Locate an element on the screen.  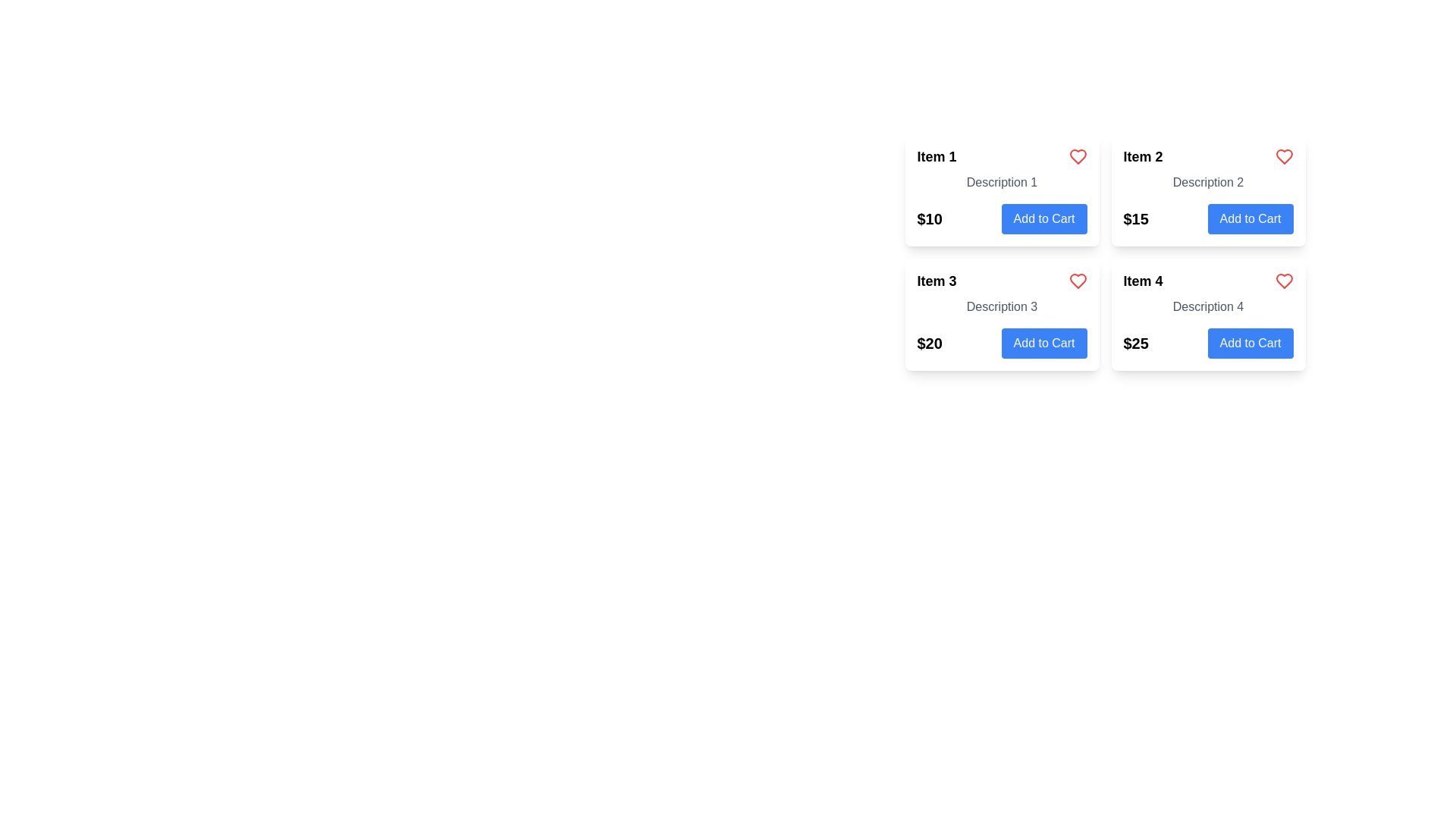
the heart icon located to the far right of the header text 'Item 2' in the upper right corner of the product card is located at coordinates (1283, 157).